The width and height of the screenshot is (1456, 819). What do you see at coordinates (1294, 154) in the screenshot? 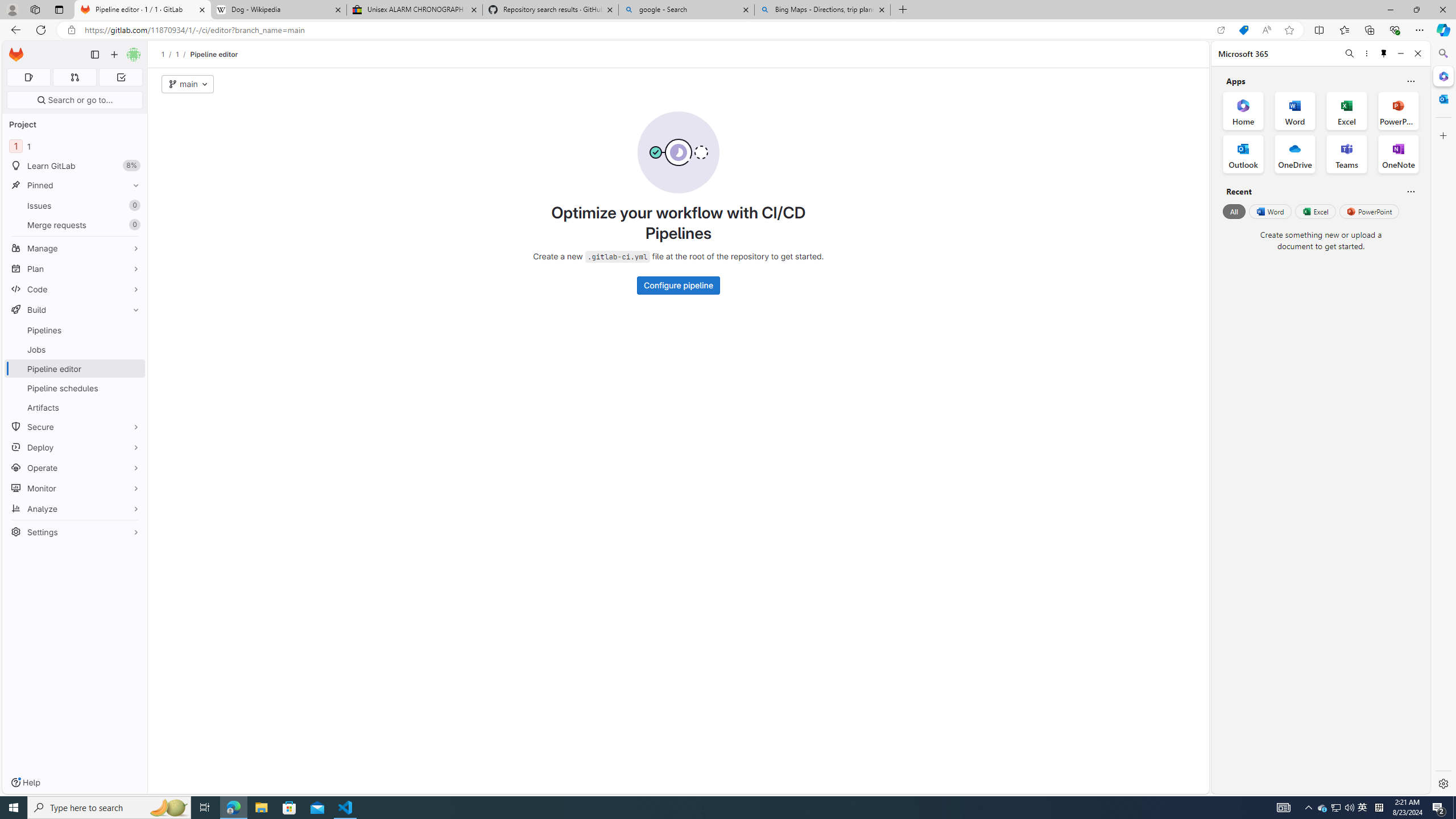
I see `'OneDrive Office App'` at bounding box center [1294, 154].